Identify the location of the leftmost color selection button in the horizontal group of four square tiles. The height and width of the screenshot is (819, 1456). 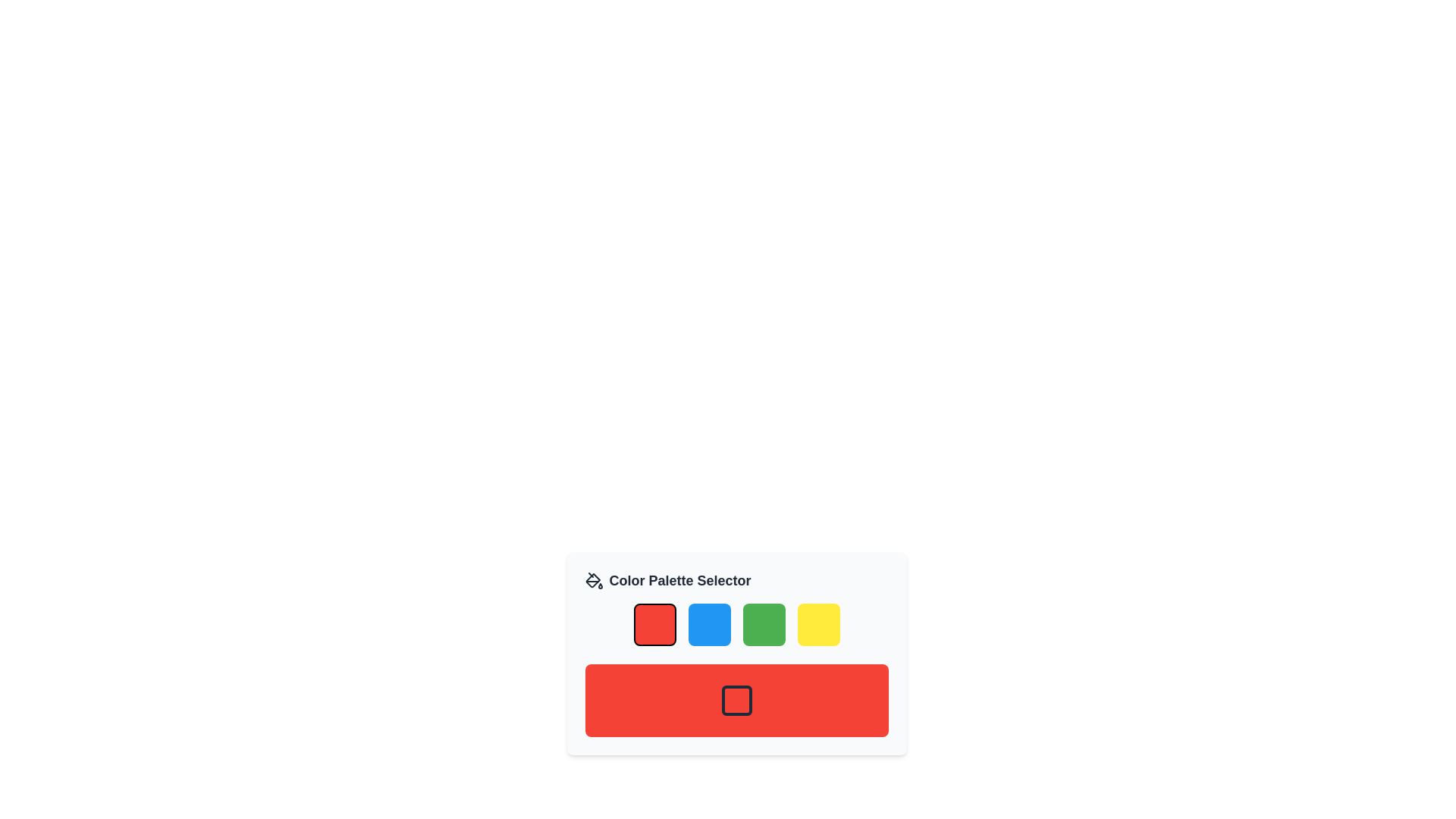
(654, 625).